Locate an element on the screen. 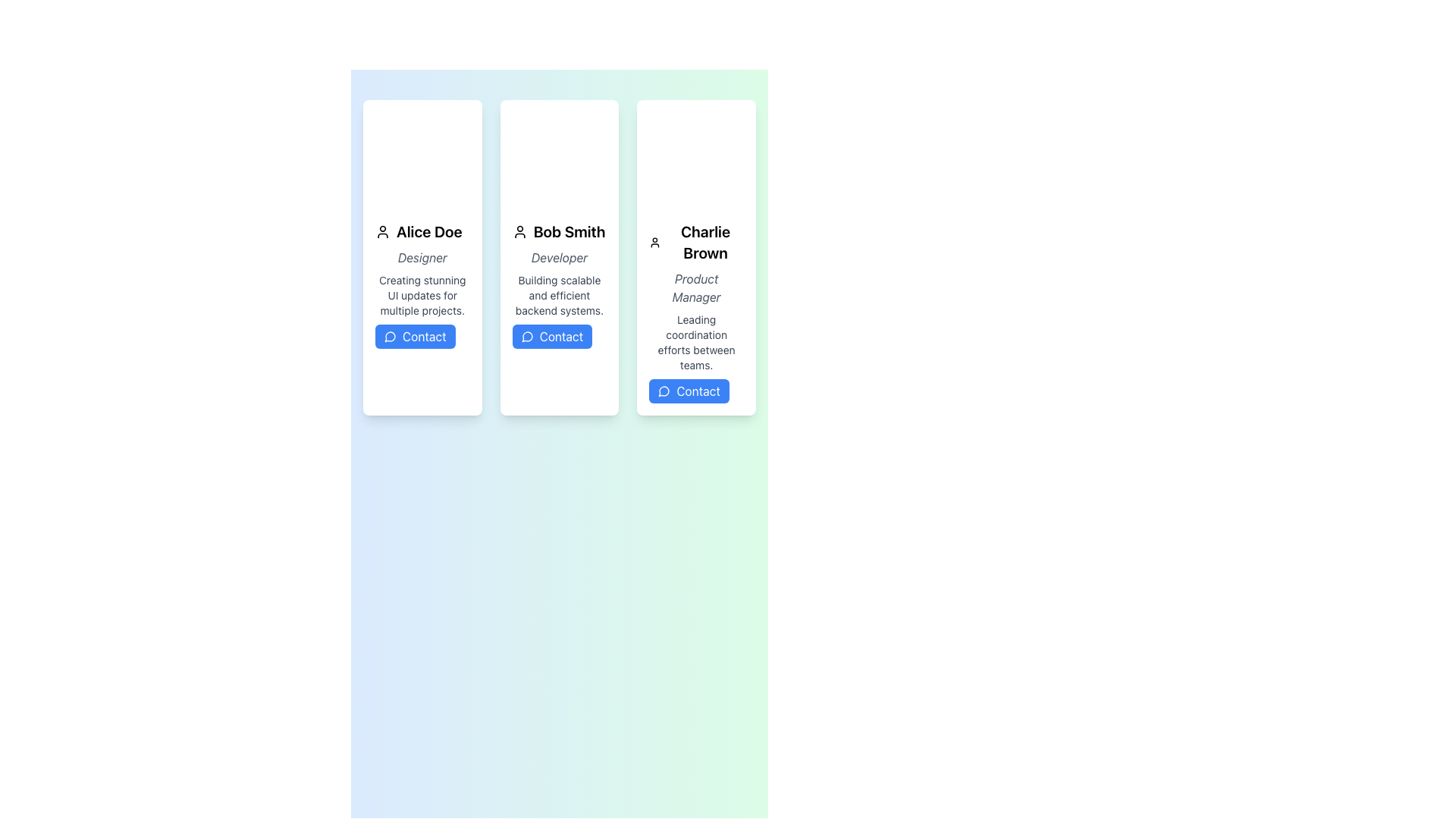 The image size is (1456, 819). the 'Contact' button located at the bottom of the card titled 'Alice Doe', which initiates a contact action is located at coordinates (415, 335).